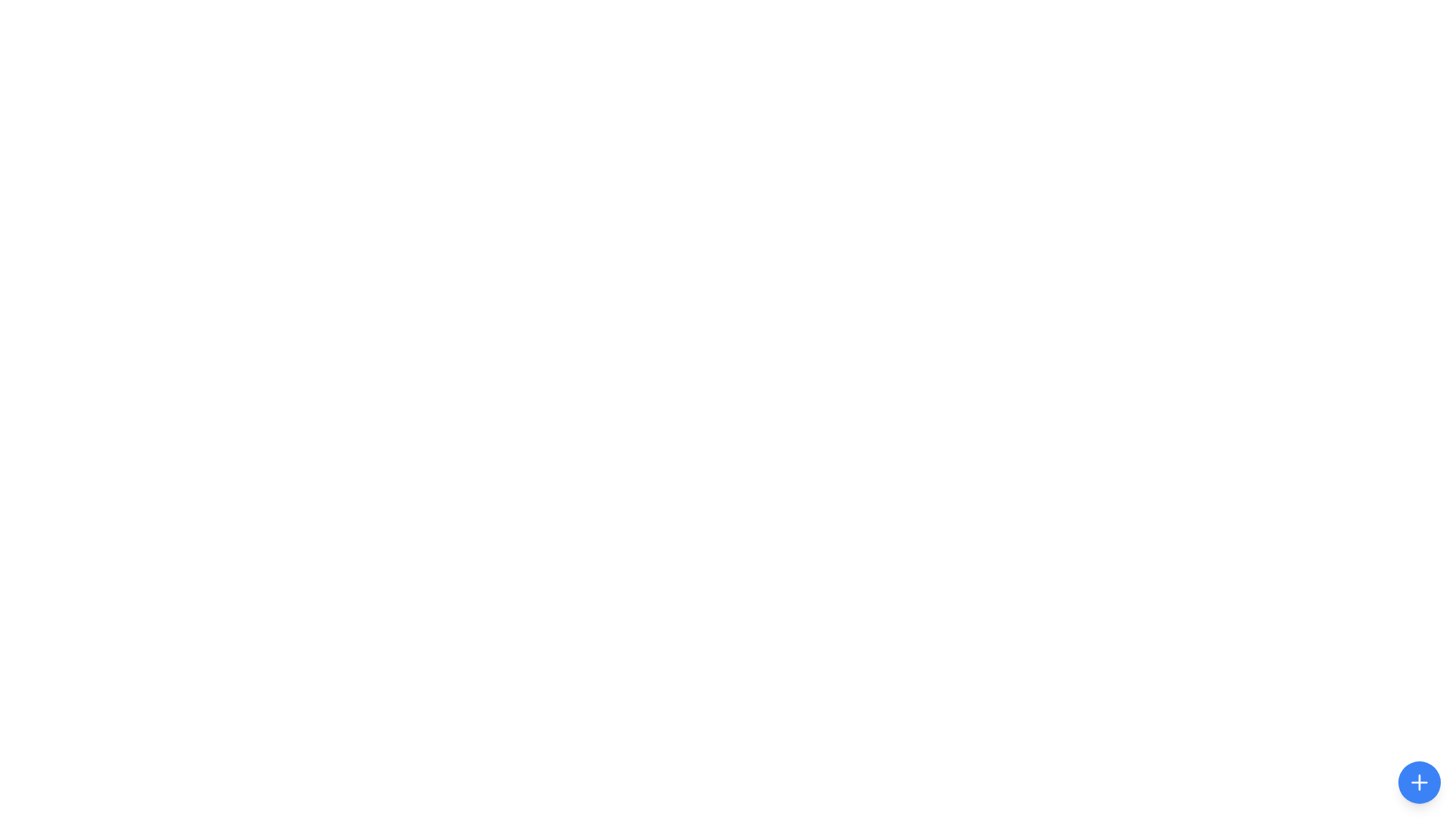 This screenshot has height=819, width=1456. What do you see at coordinates (1419, 783) in the screenshot?
I see `the circular blue button with a white plus sign (+) located at the bottom-right corner of the interface` at bounding box center [1419, 783].